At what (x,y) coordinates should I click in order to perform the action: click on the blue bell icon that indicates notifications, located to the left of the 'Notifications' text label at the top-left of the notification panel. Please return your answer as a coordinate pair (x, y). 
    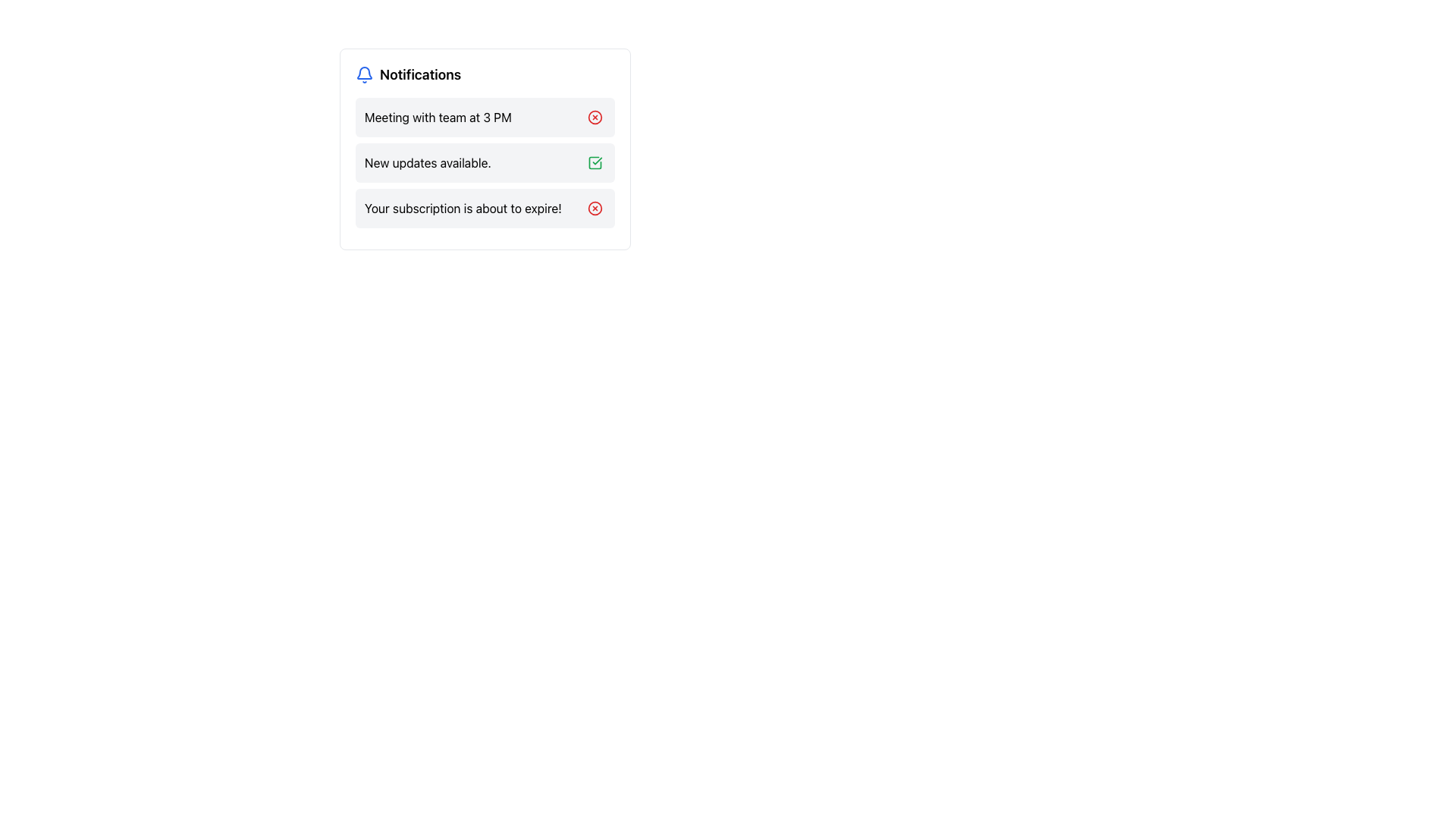
    Looking at the image, I should click on (364, 75).